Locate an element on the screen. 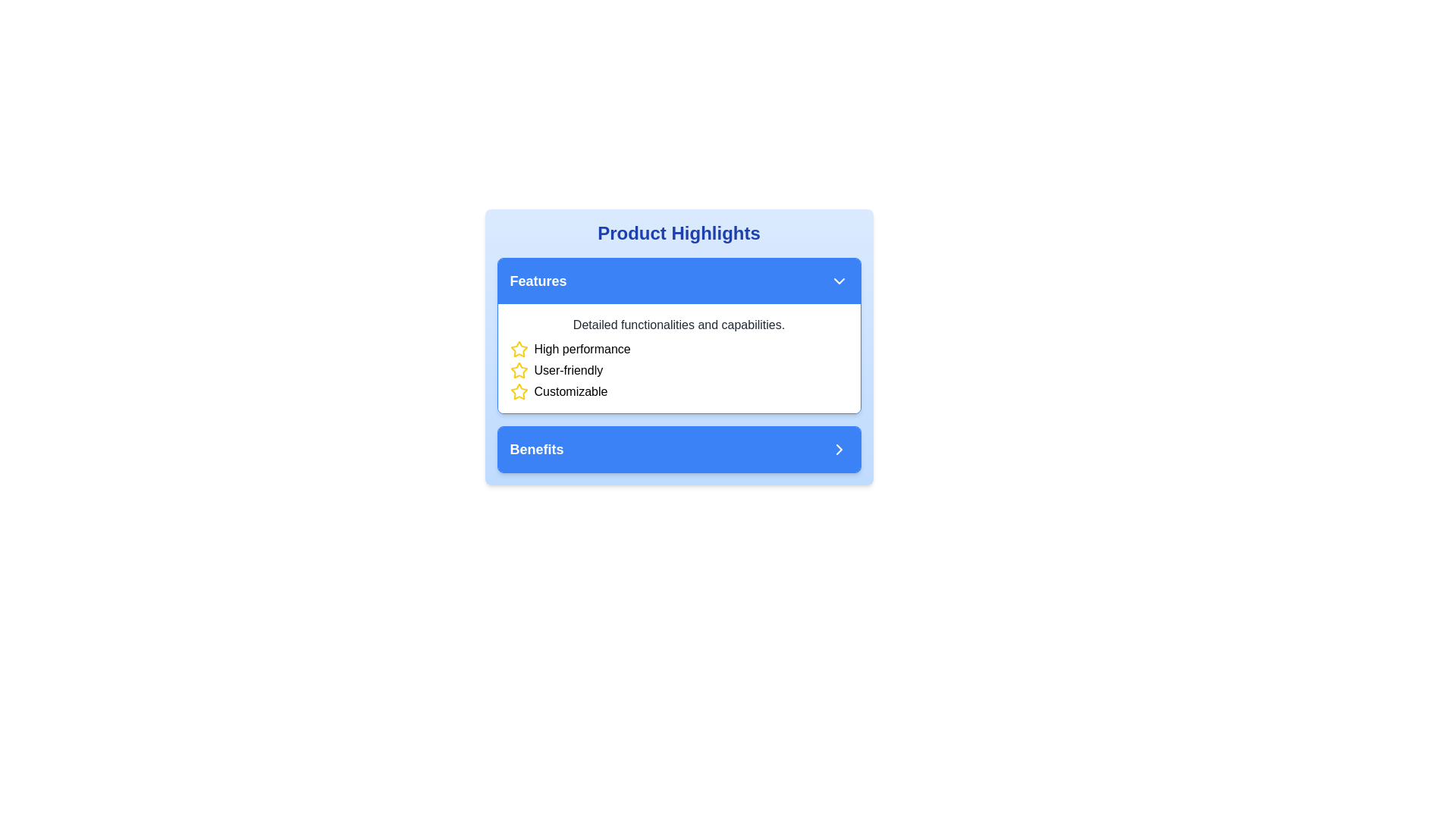 The height and width of the screenshot is (819, 1456). the rightward-pointing chevron icon styled in white against a blue background, located to the far right of the 'Benefits' button is located at coordinates (838, 449).